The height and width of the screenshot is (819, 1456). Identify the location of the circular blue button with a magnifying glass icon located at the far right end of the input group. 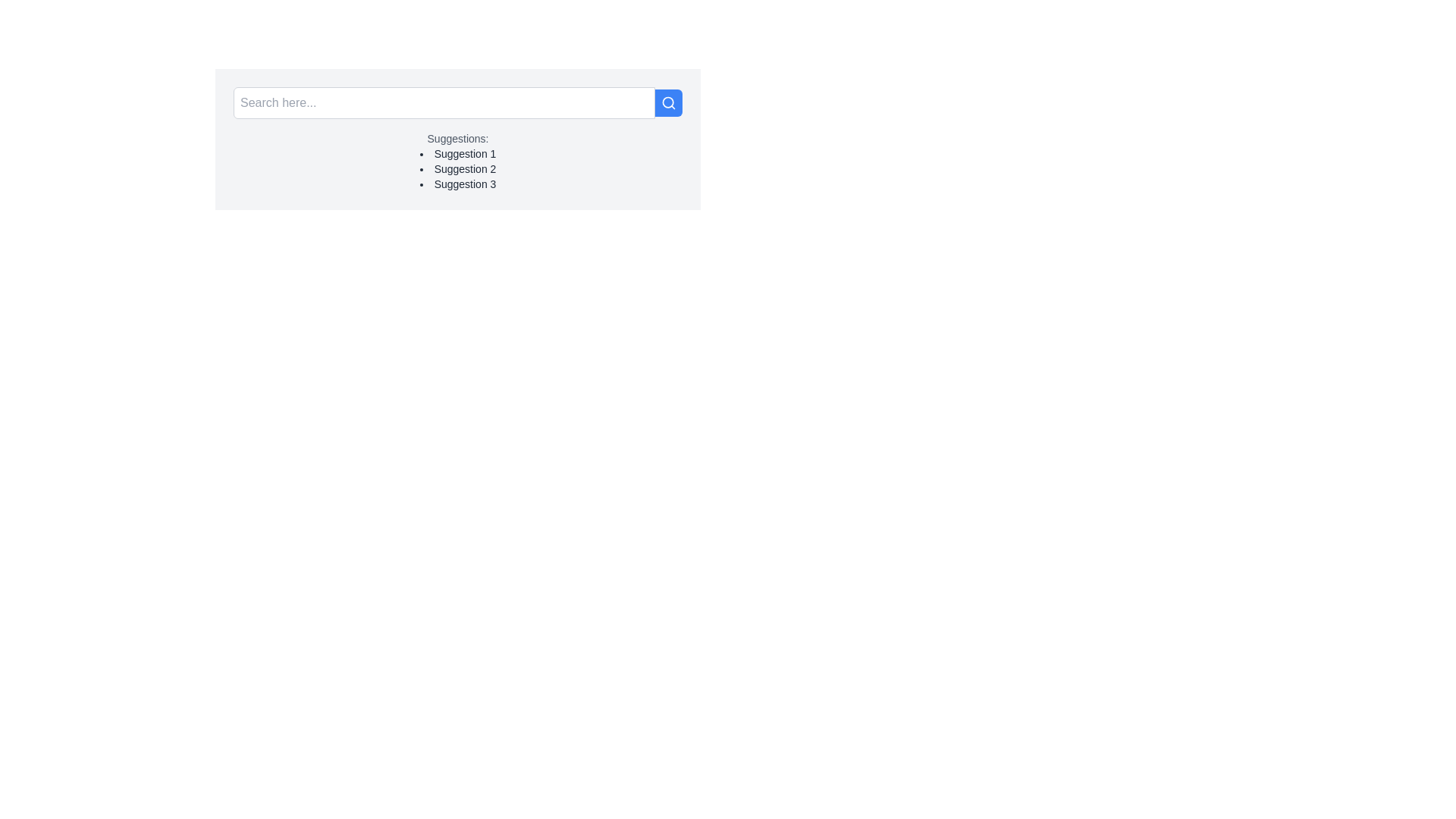
(668, 102).